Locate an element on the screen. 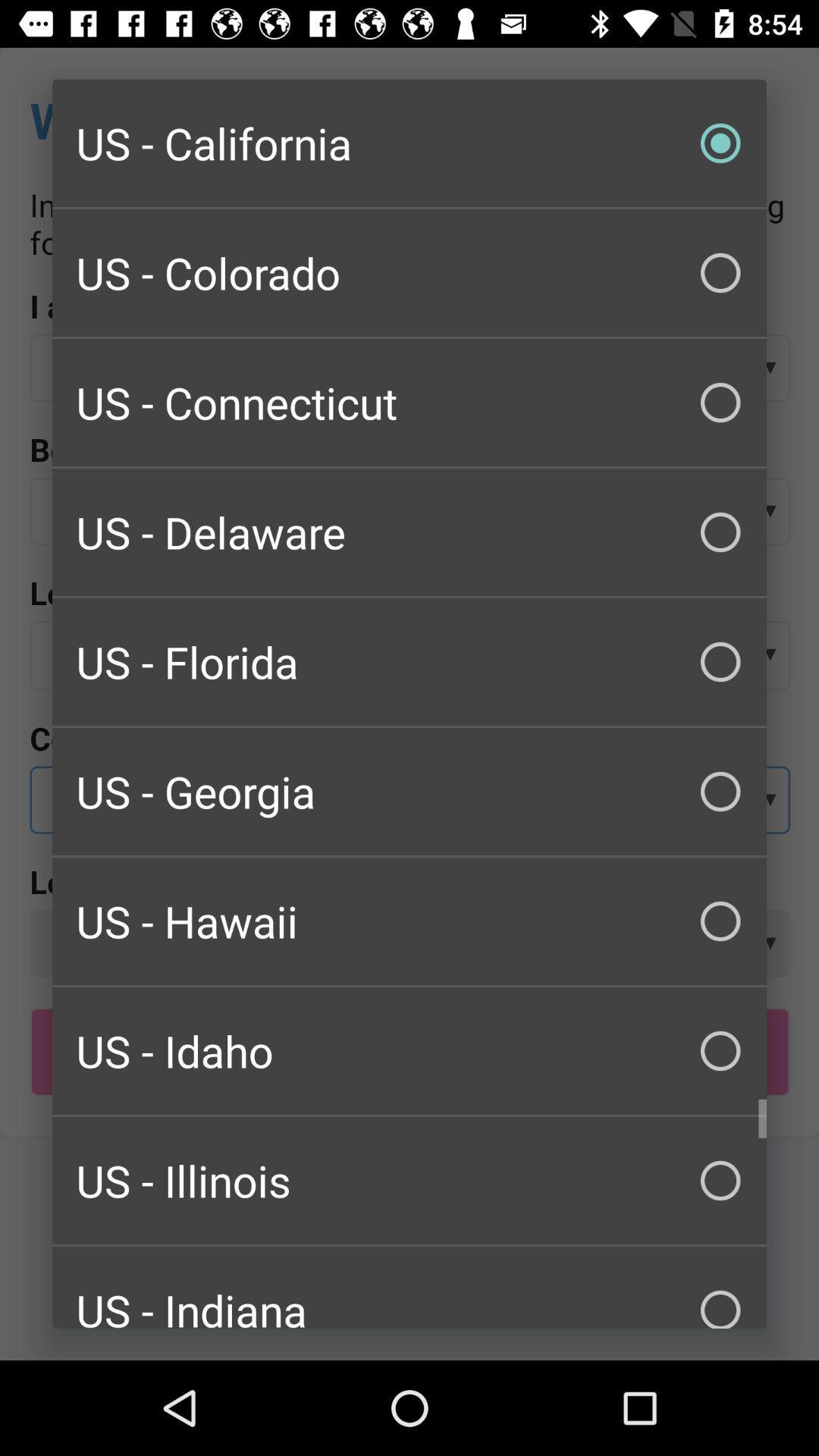 The image size is (819, 1456). us - delaware is located at coordinates (409, 532).